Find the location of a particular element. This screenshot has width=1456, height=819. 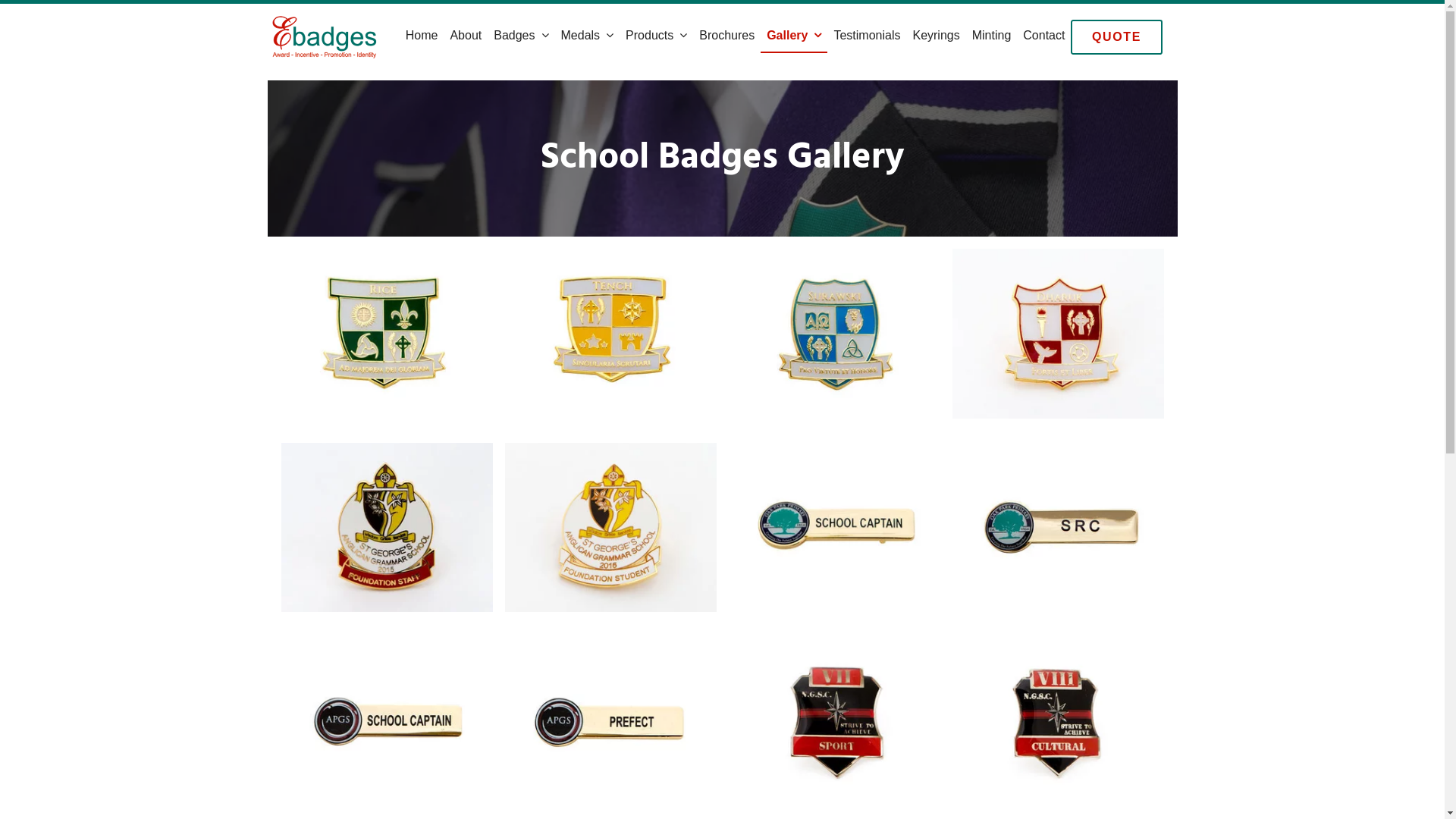

'Products' is located at coordinates (656, 35).